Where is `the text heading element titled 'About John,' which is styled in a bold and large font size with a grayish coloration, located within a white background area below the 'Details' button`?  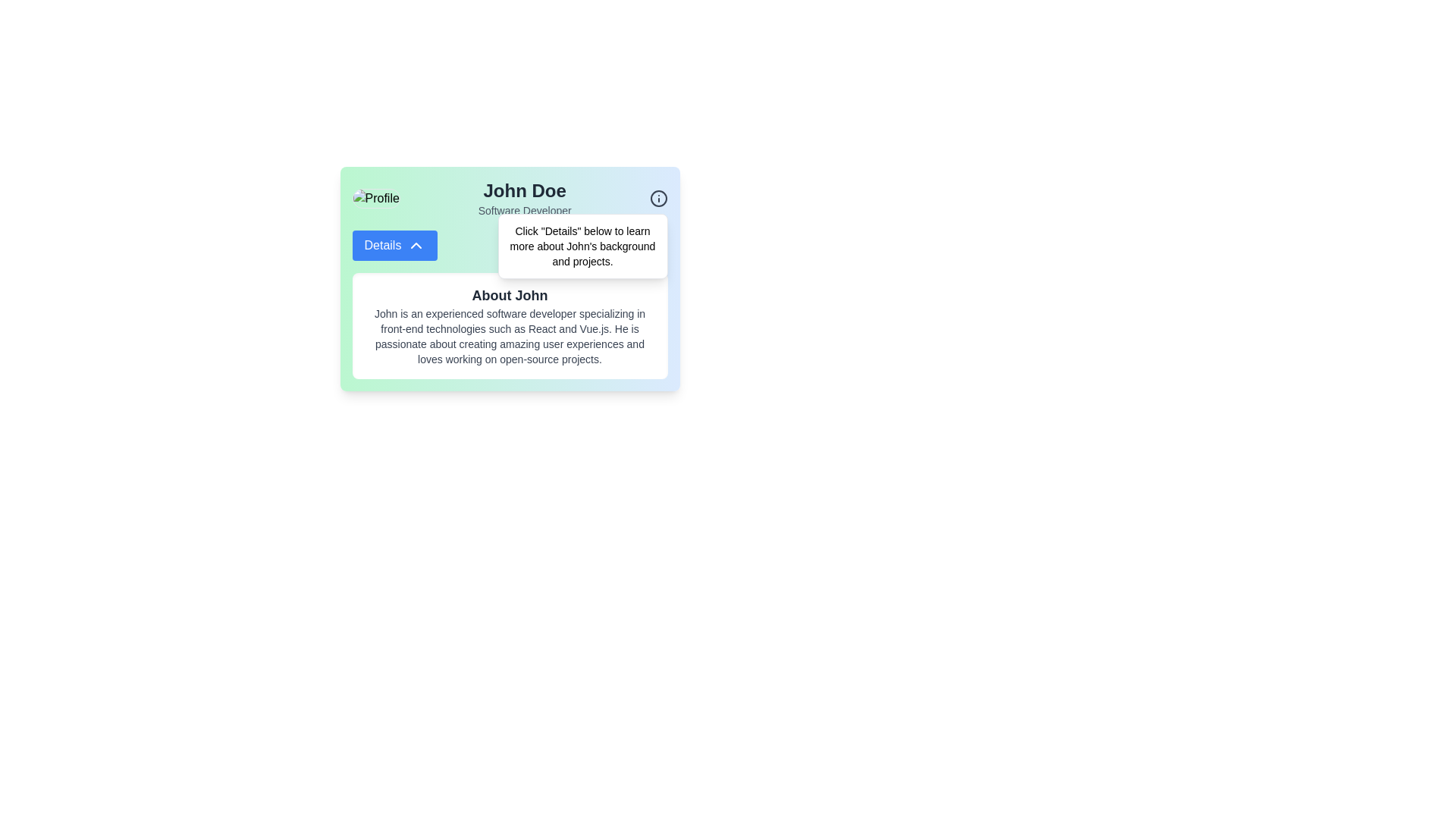 the text heading element titled 'About John,' which is styled in a bold and large font size with a grayish coloration, located within a white background area below the 'Details' button is located at coordinates (510, 295).